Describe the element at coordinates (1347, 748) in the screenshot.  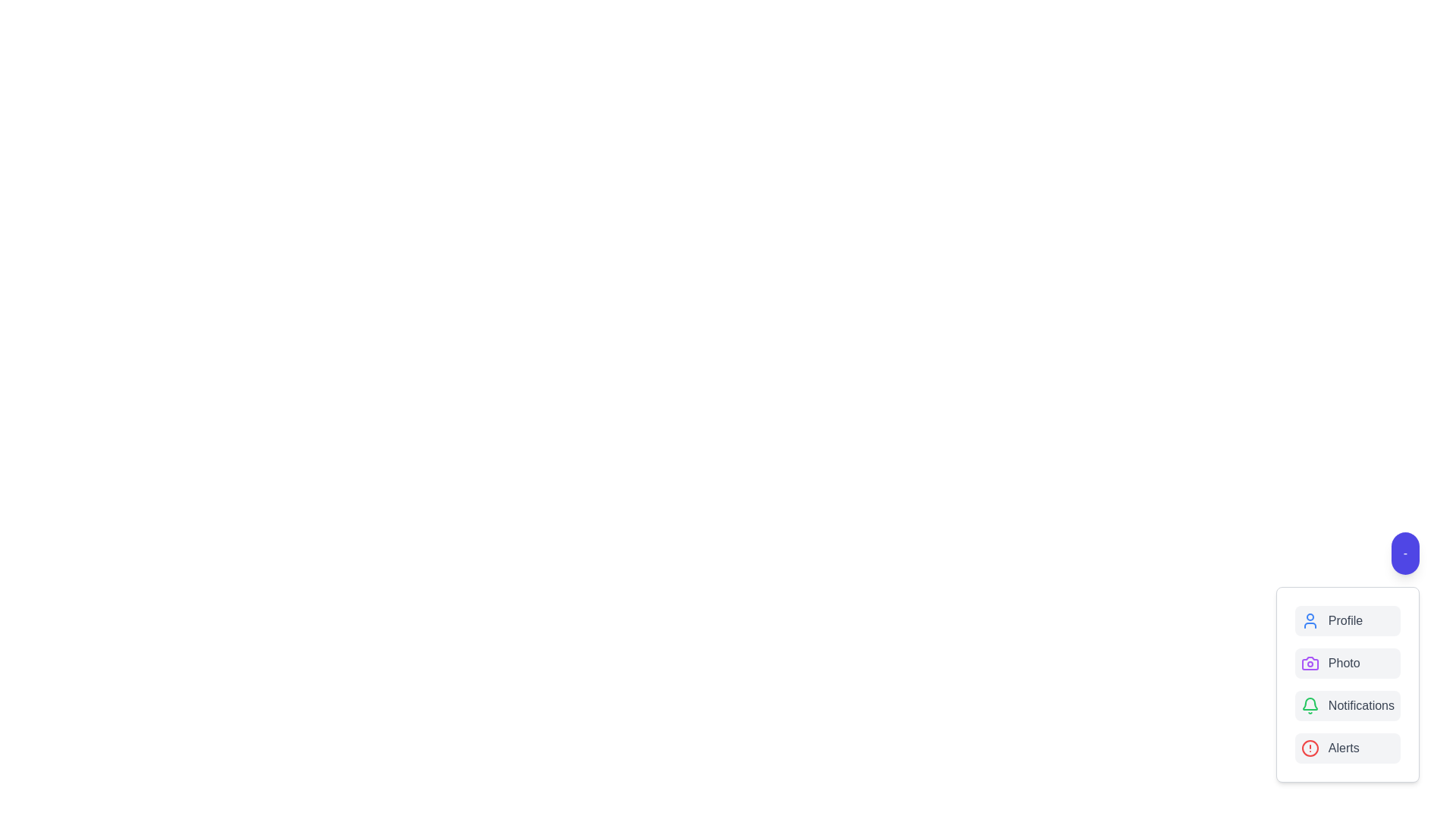
I see `the button labeled Alerts` at that location.